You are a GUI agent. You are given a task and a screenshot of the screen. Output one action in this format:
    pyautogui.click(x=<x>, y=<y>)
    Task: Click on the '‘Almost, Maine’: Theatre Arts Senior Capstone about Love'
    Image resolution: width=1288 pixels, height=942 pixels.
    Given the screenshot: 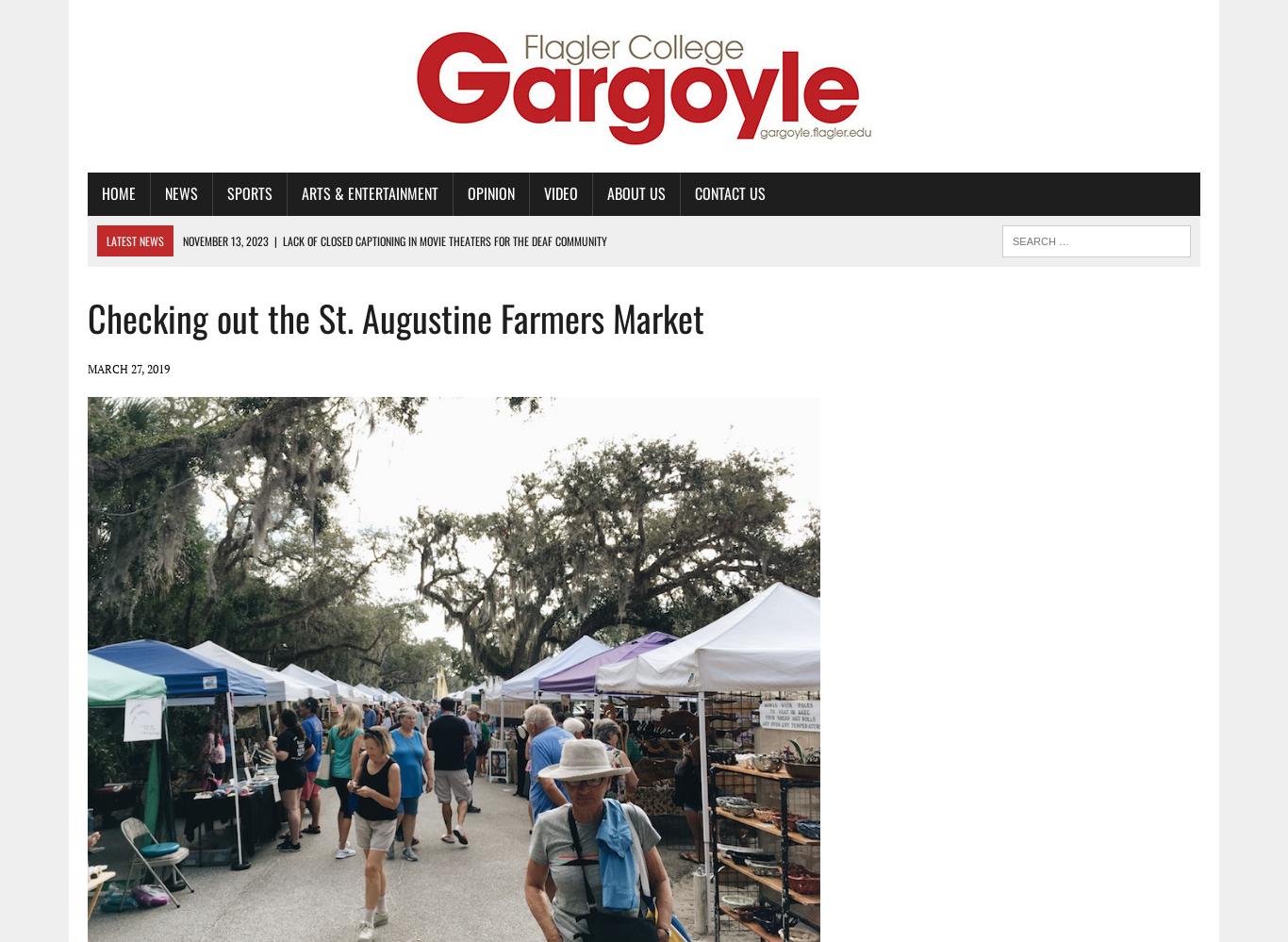 What is the action you would take?
    pyautogui.click(x=339, y=270)
    